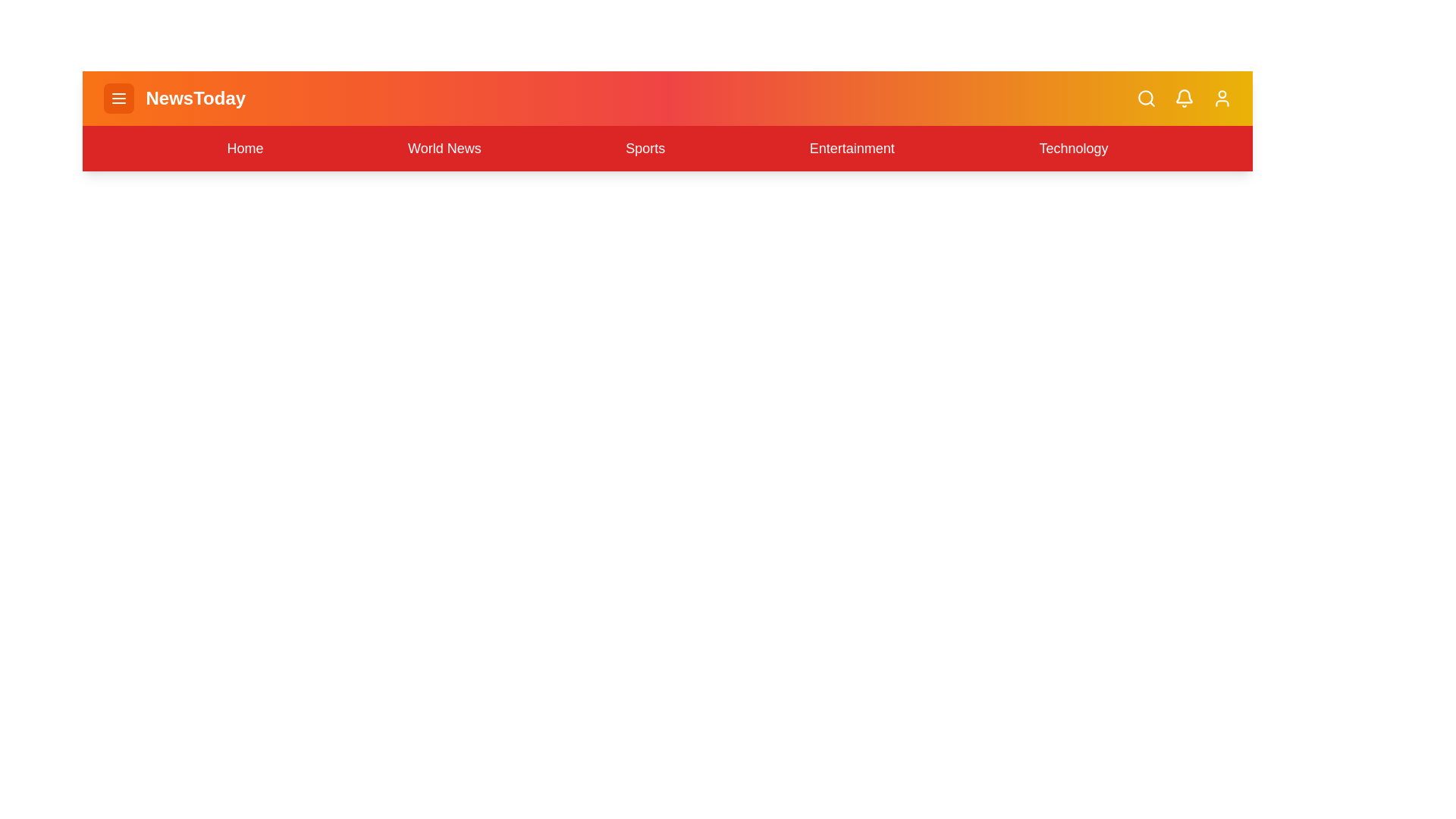 Image resolution: width=1456 pixels, height=819 pixels. What do you see at coordinates (852, 149) in the screenshot?
I see `the Entertainment navigation link in the menu` at bounding box center [852, 149].